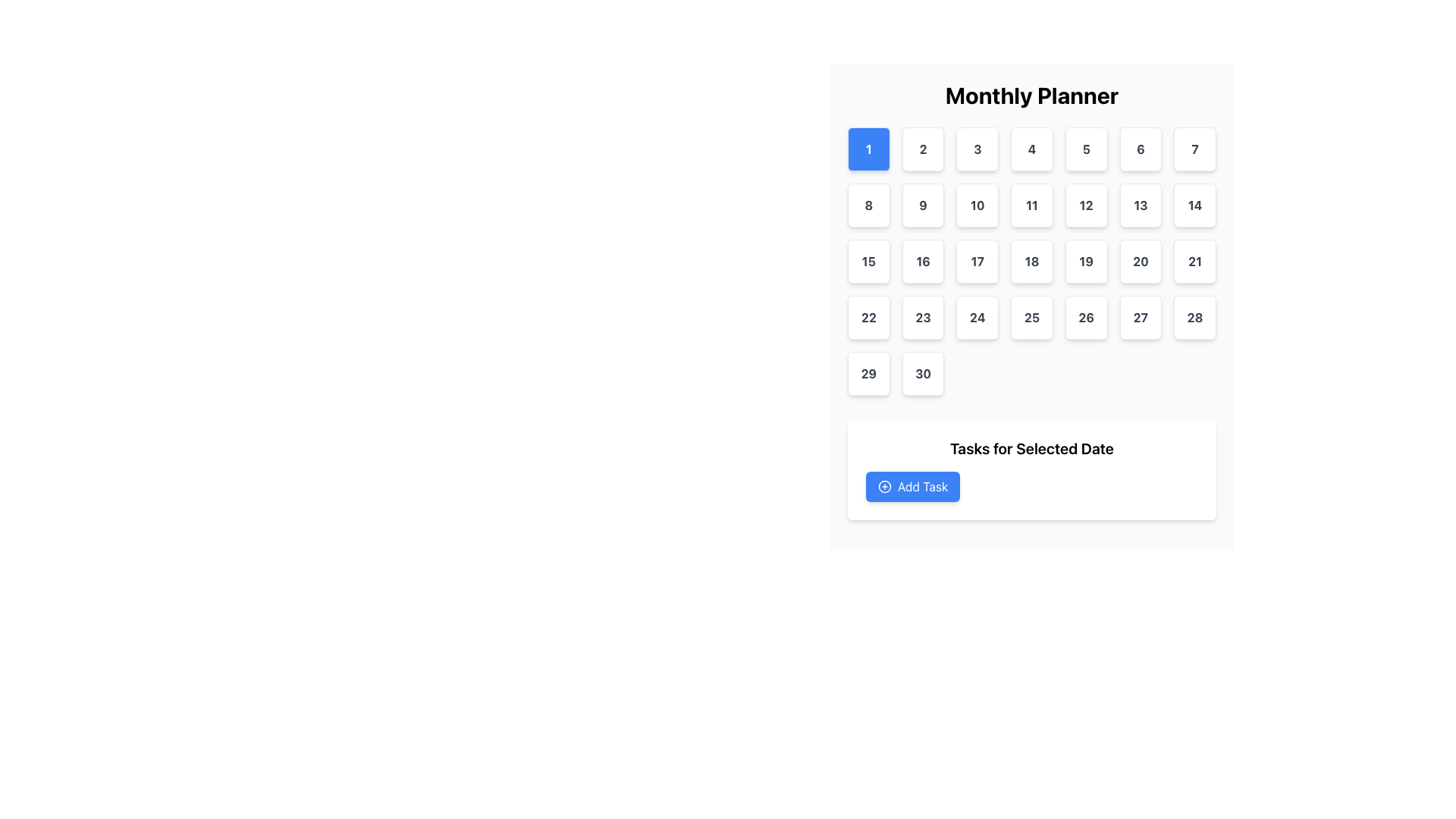  I want to click on the button representing the third day of the month in the calendar, so click(977, 149).